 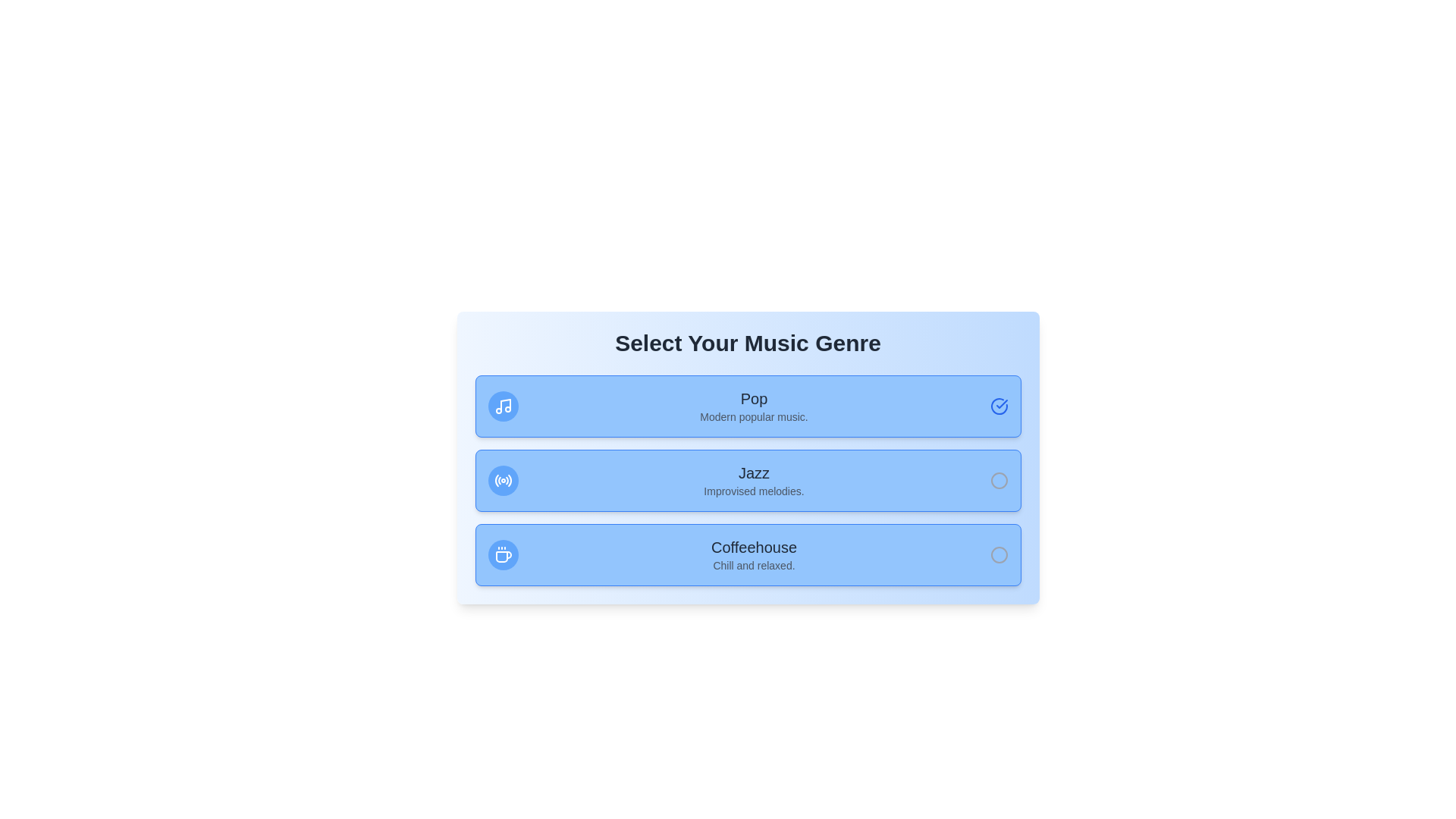 What do you see at coordinates (999, 406) in the screenshot?
I see `the selection icon located at the far right of the 'Pop - Modern popular music.' card` at bounding box center [999, 406].